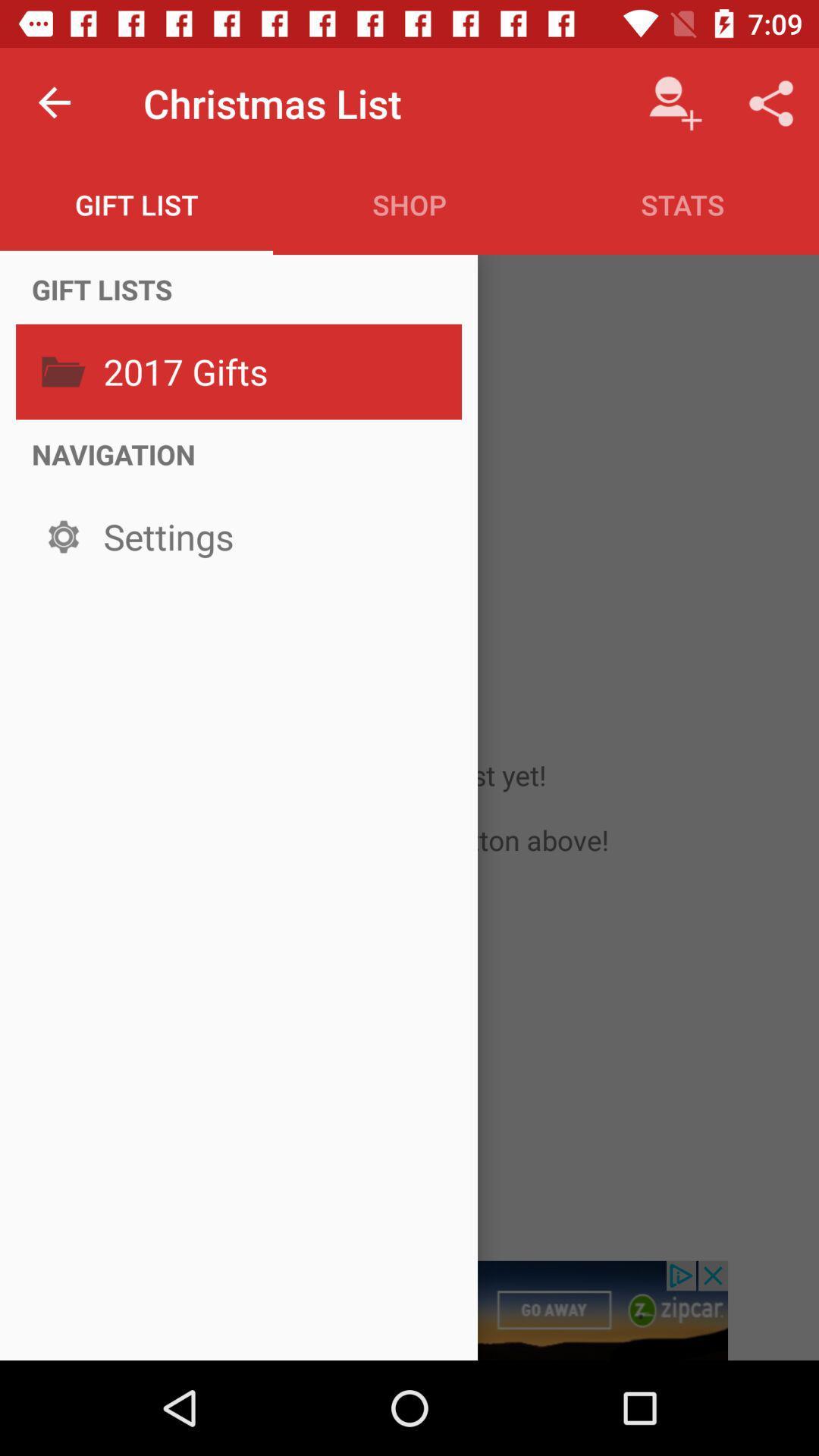 Image resolution: width=819 pixels, height=1456 pixels. Describe the element at coordinates (136, 204) in the screenshot. I see `icon next to the shop icon` at that location.